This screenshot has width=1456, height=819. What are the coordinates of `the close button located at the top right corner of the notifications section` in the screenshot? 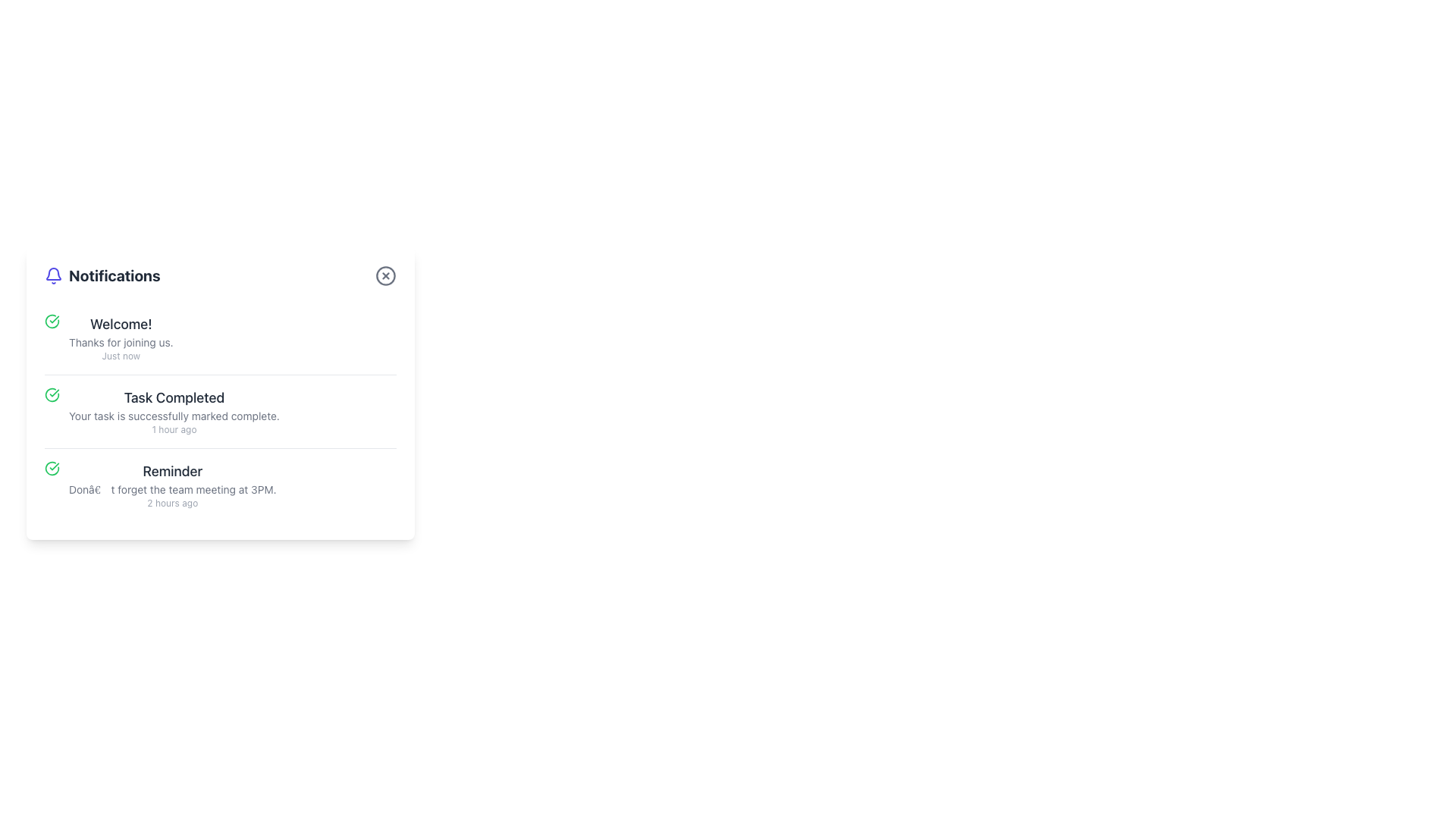 It's located at (385, 275).